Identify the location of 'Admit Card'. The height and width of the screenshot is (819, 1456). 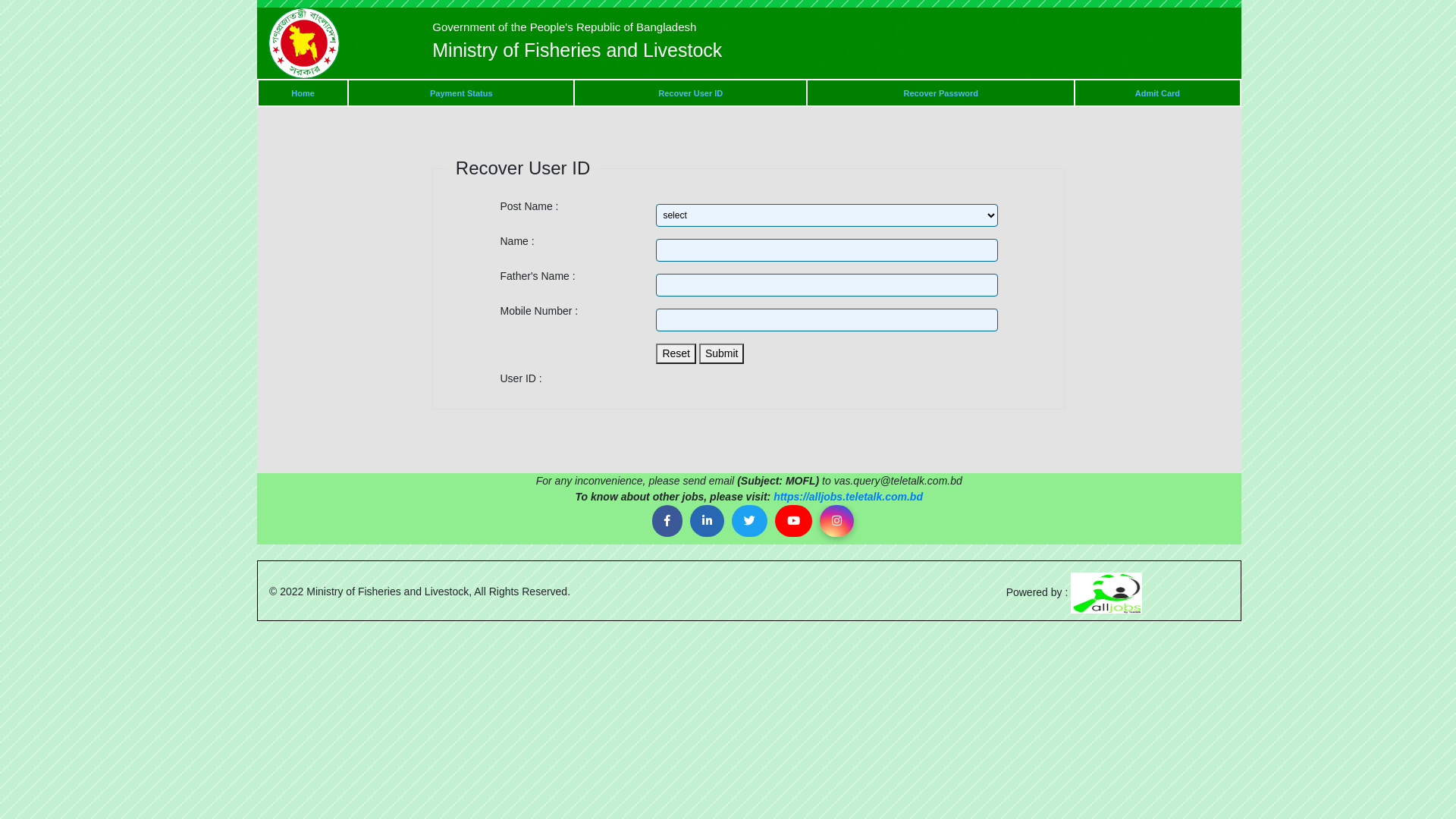
(1156, 93).